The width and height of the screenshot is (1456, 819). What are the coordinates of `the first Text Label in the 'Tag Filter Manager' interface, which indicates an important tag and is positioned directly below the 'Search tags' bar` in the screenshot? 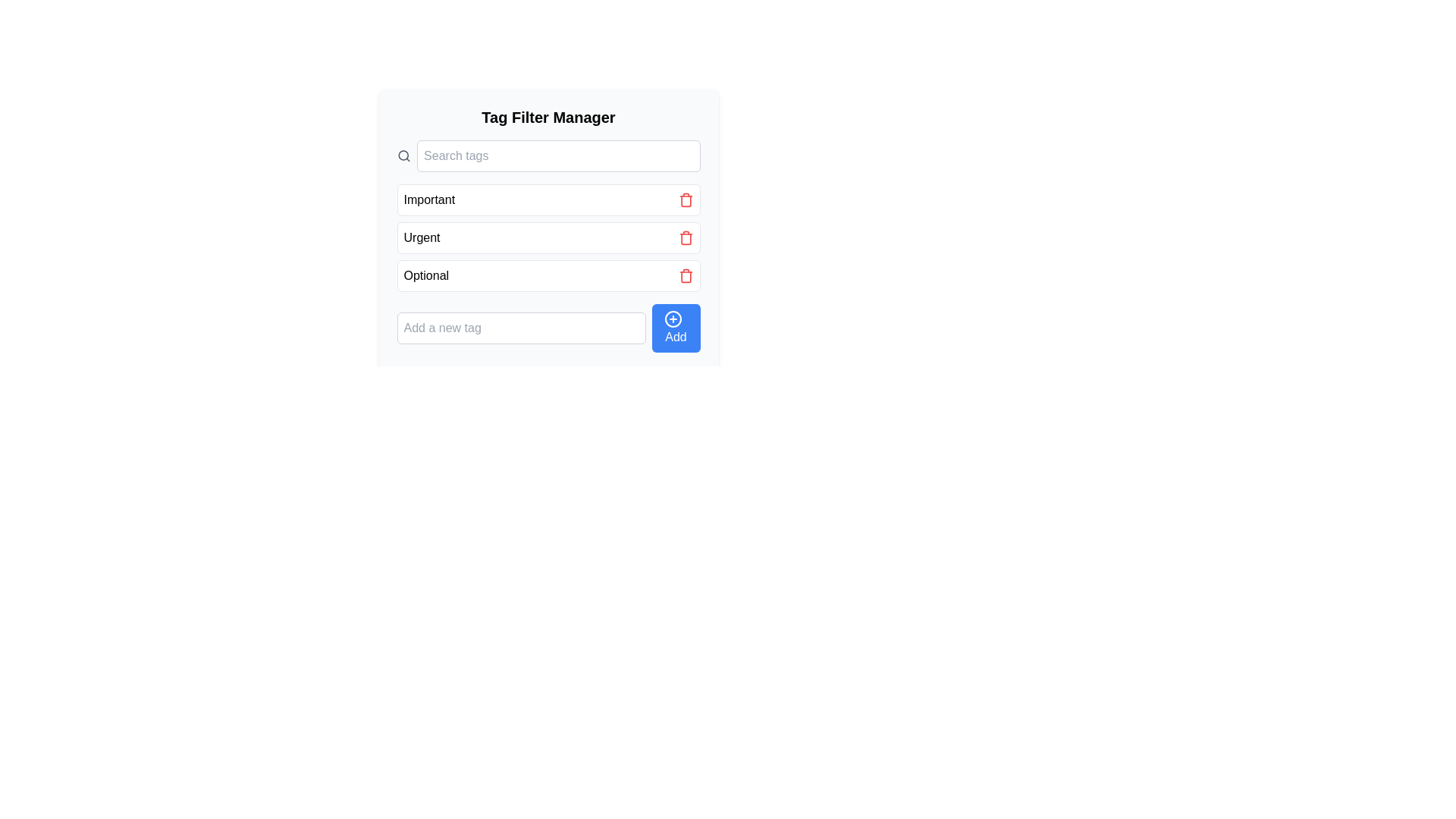 It's located at (428, 199).